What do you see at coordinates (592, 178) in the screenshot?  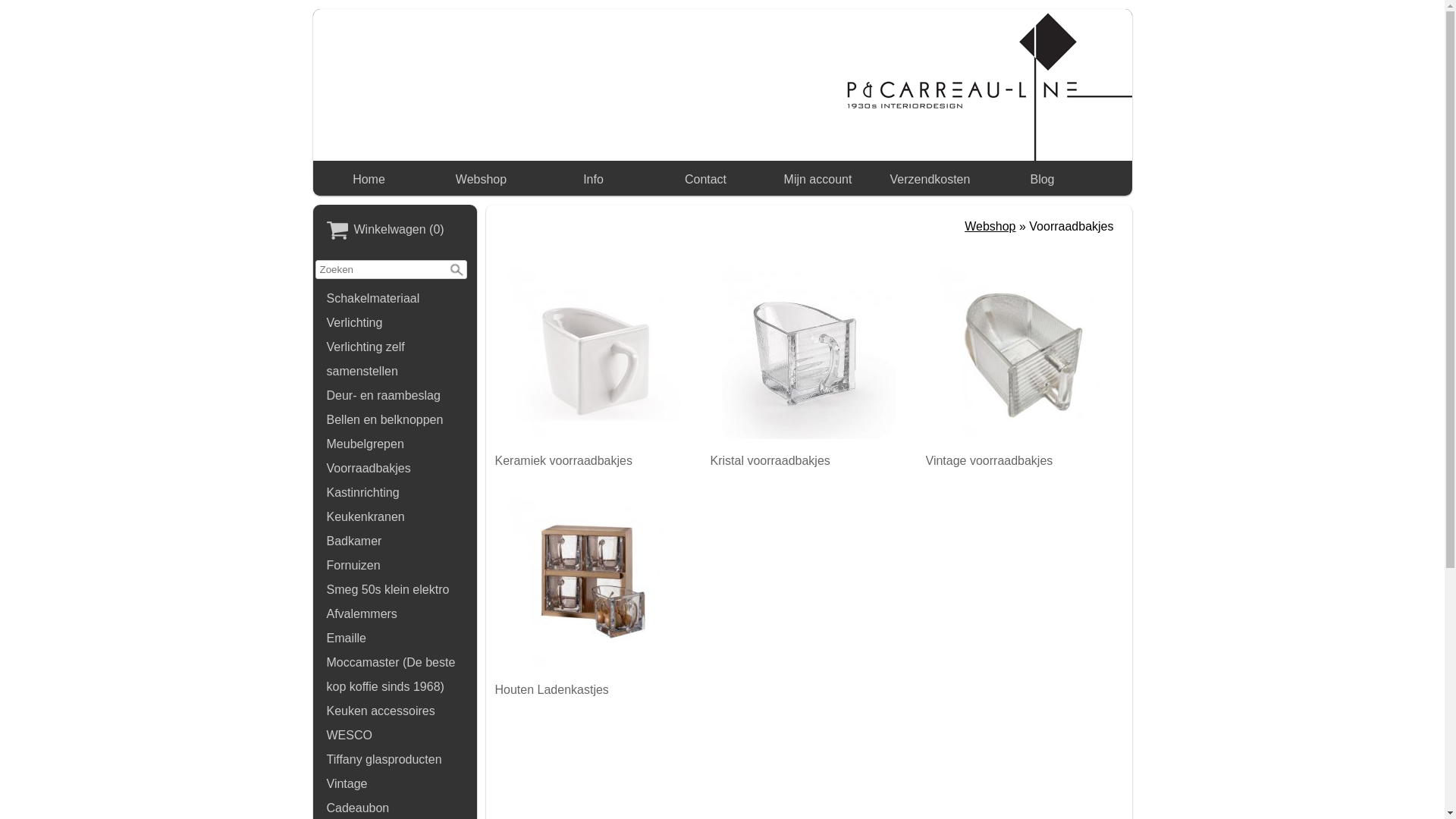 I see `'Info'` at bounding box center [592, 178].